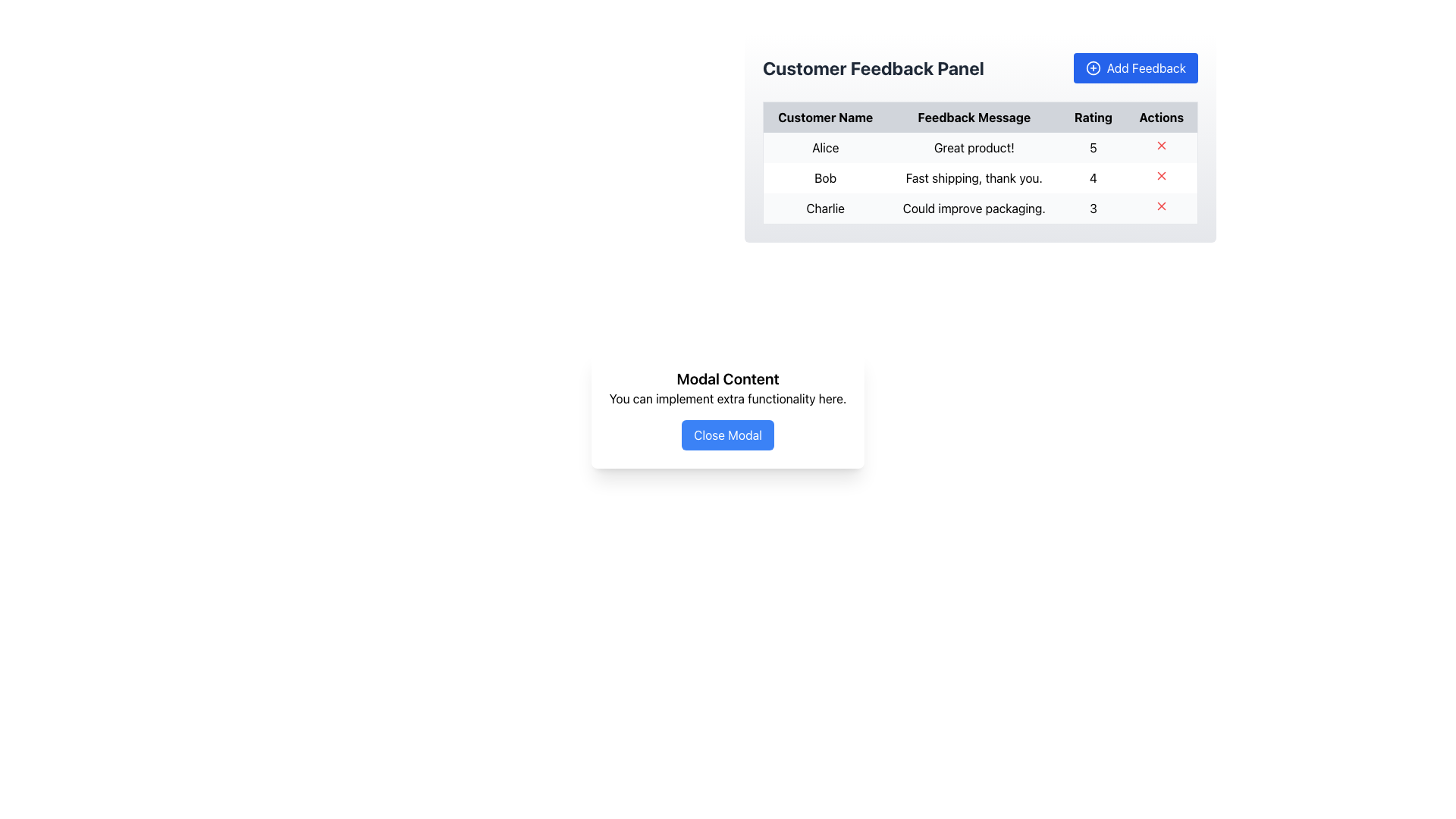 This screenshot has width=1456, height=819. What do you see at coordinates (974, 148) in the screenshot?
I see `the table cell displaying user feedback in the second column of the first row, located under the 'Feedback Message' column, to the right of 'Customer Name' ('Alice') and to the left of 'Rating' ('5')` at bounding box center [974, 148].